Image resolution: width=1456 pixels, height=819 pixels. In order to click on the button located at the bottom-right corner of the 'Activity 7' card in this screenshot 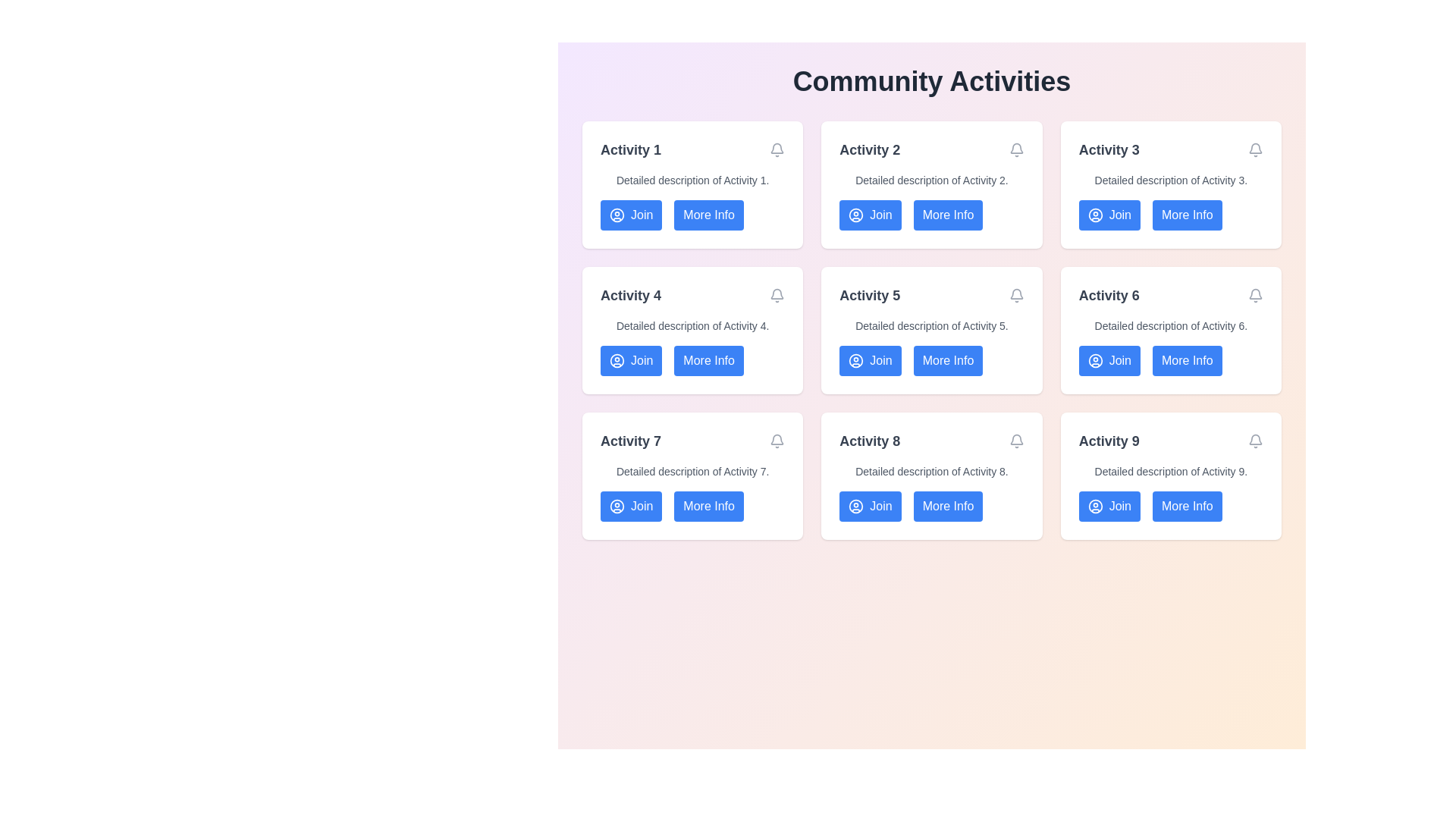, I will do `click(692, 506)`.